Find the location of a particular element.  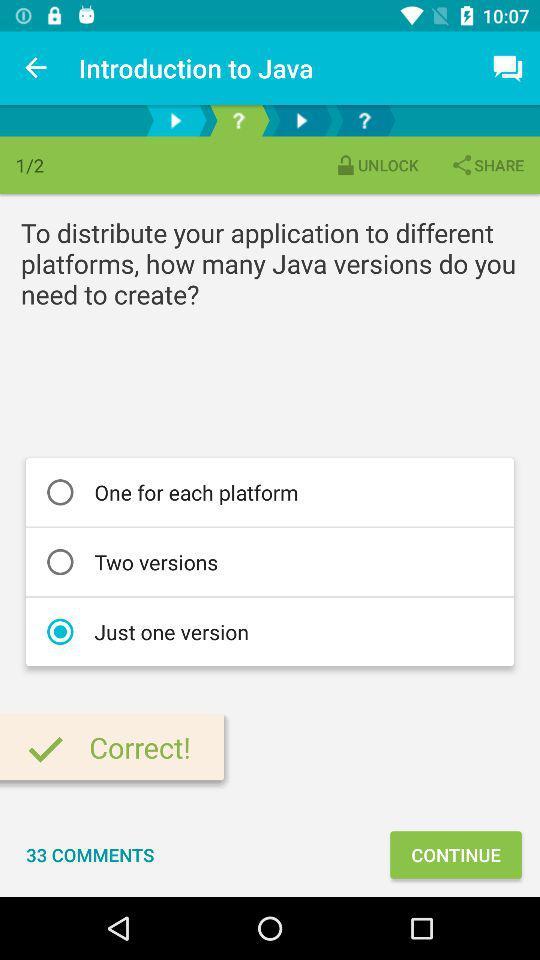

option is located at coordinates (300, 120).